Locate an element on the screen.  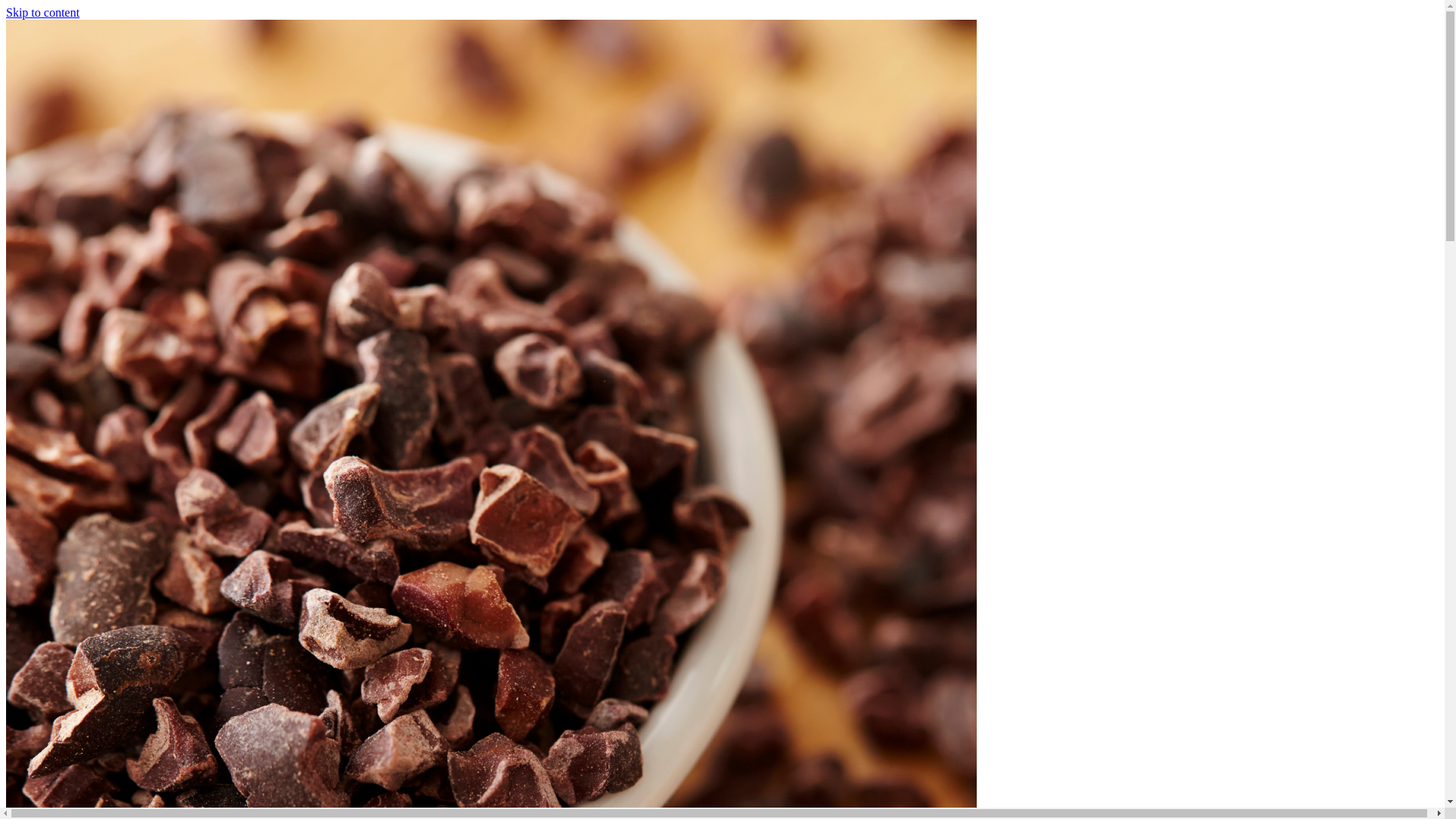
'Skip to content' is located at coordinates (42, 12).